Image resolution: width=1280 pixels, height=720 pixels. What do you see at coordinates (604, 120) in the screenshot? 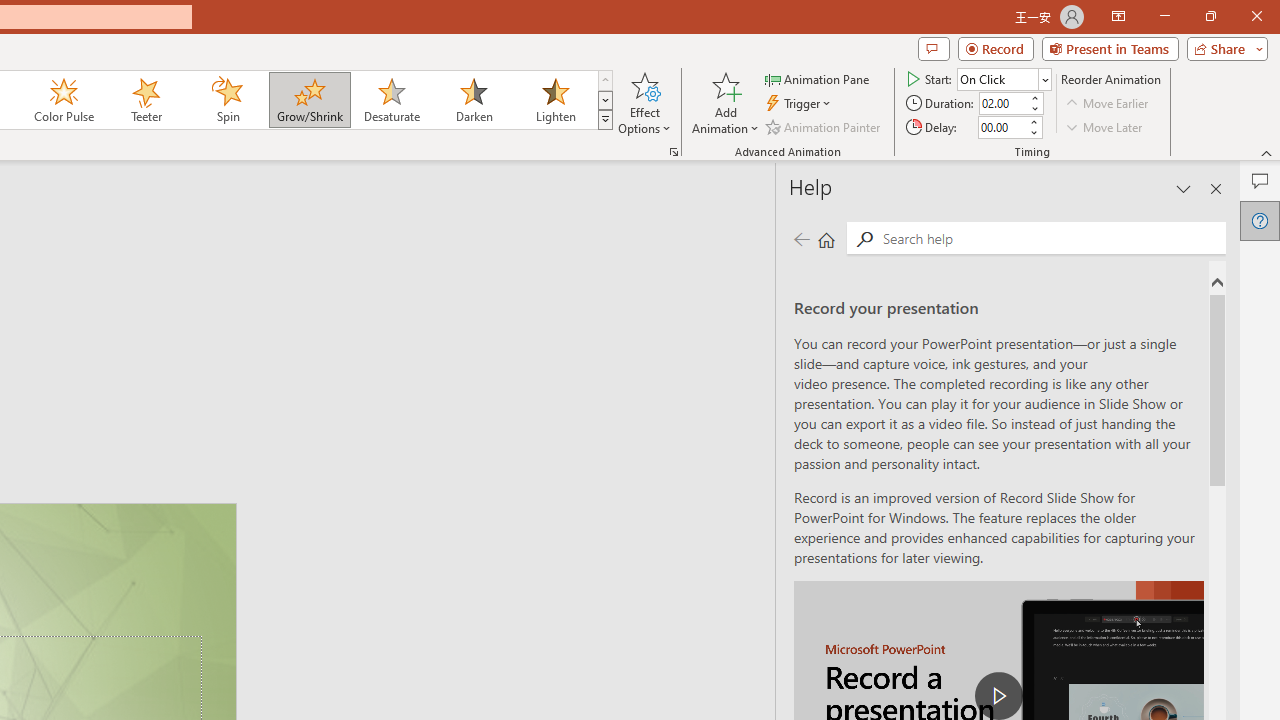
I see `'Animation Styles'` at bounding box center [604, 120].